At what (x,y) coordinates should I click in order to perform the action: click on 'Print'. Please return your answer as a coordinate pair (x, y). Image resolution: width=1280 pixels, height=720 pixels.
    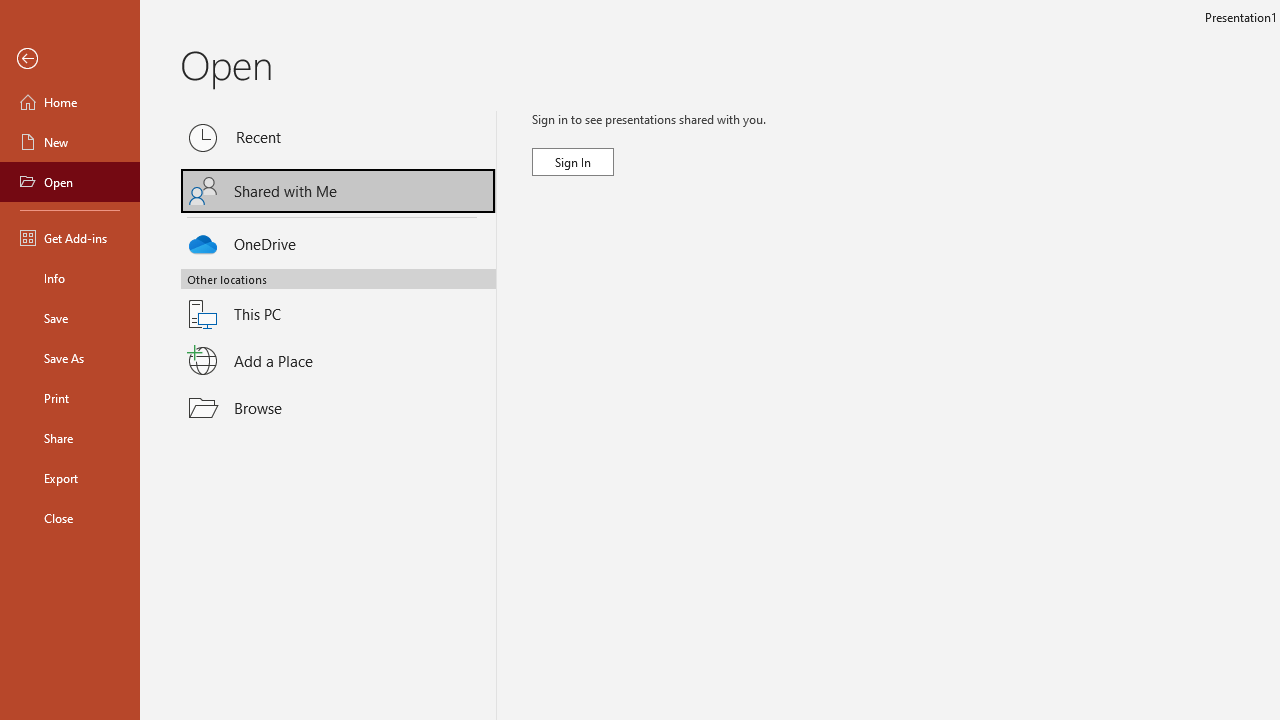
    Looking at the image, I should click on (69, 398).